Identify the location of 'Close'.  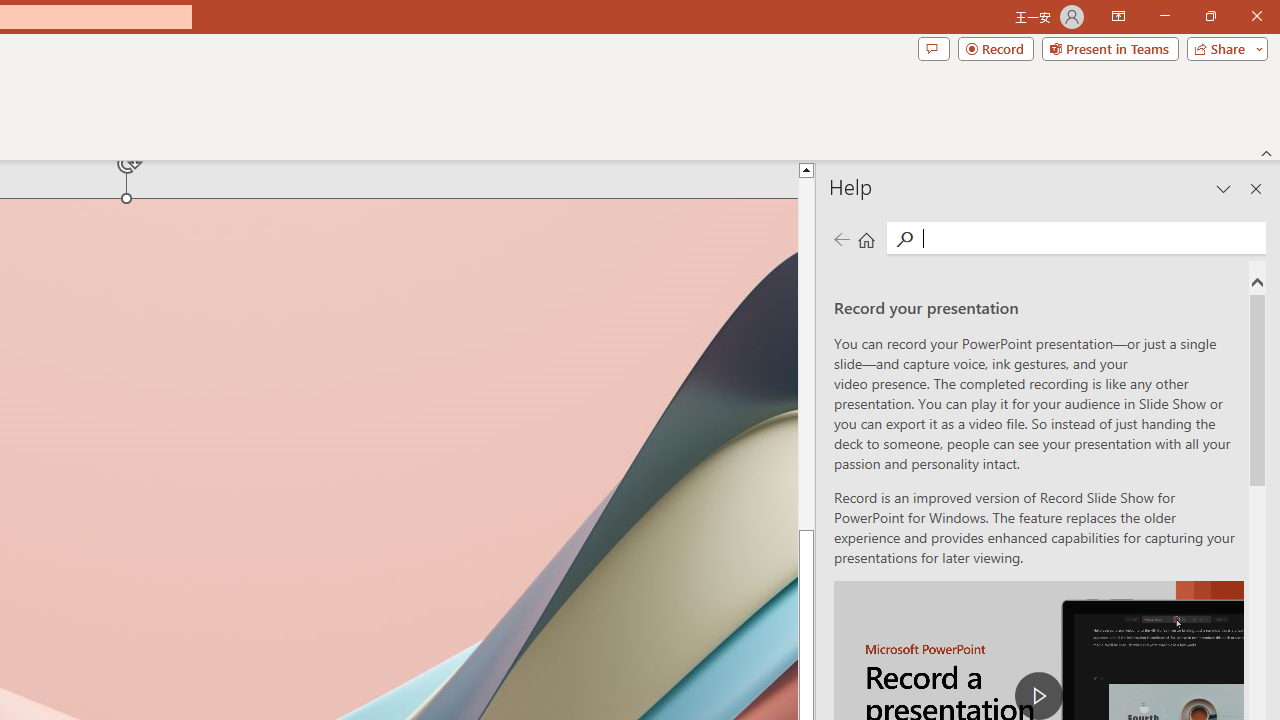
(1255, 16).